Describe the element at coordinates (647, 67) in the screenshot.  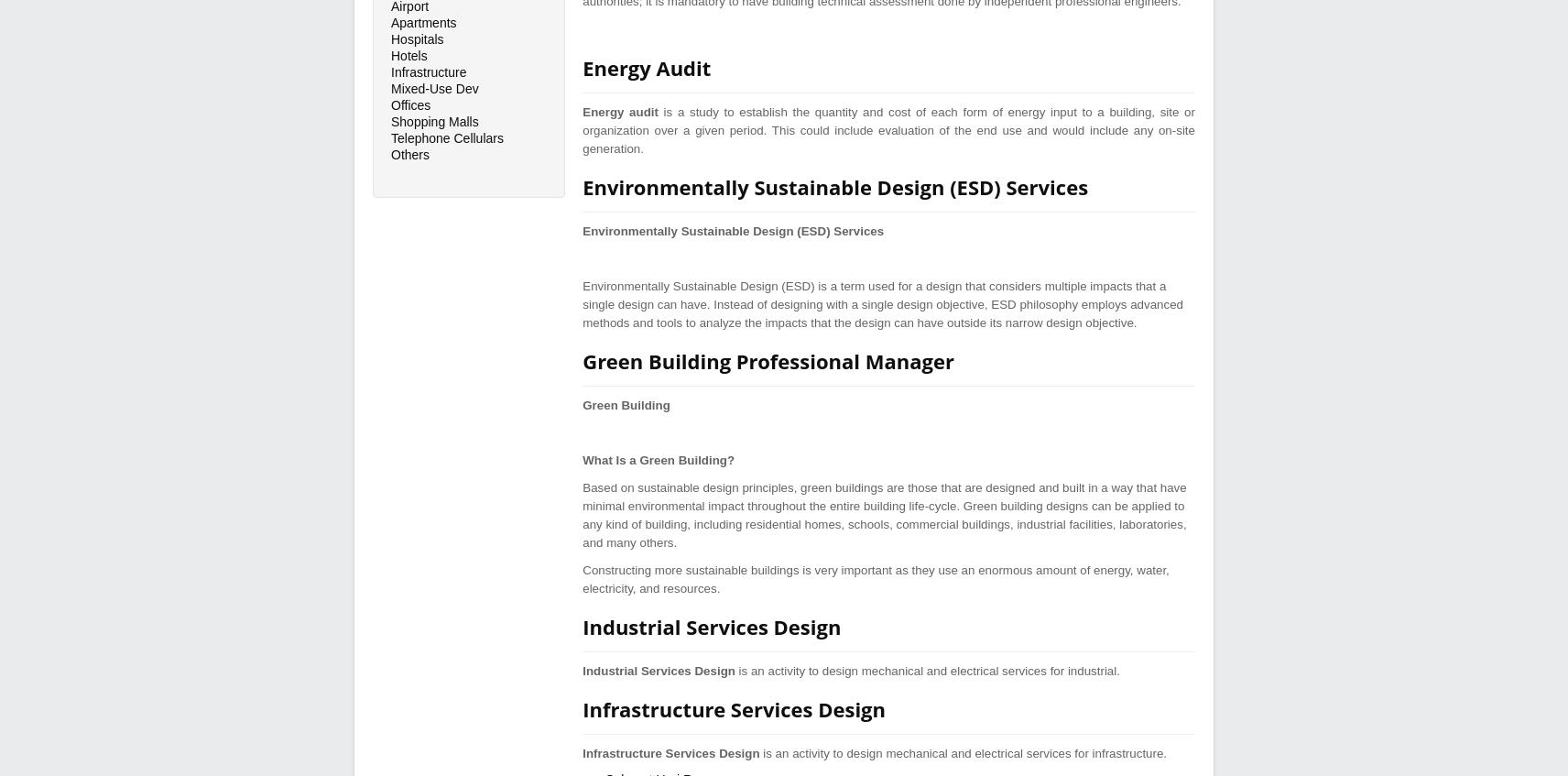
I see `'Energy Audit'` at that location.